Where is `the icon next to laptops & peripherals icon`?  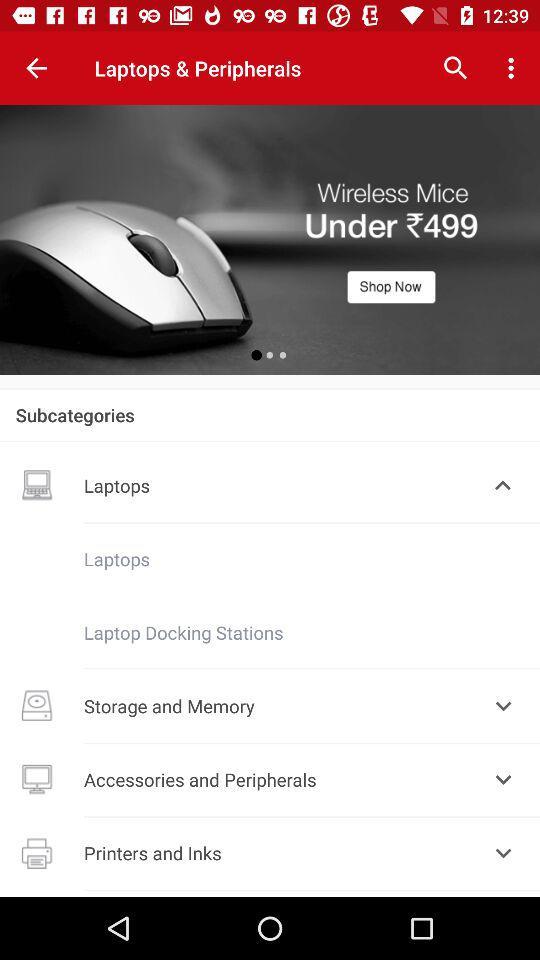
the icon next to laptops & peripherals icon is located at coordinates (36, 68).